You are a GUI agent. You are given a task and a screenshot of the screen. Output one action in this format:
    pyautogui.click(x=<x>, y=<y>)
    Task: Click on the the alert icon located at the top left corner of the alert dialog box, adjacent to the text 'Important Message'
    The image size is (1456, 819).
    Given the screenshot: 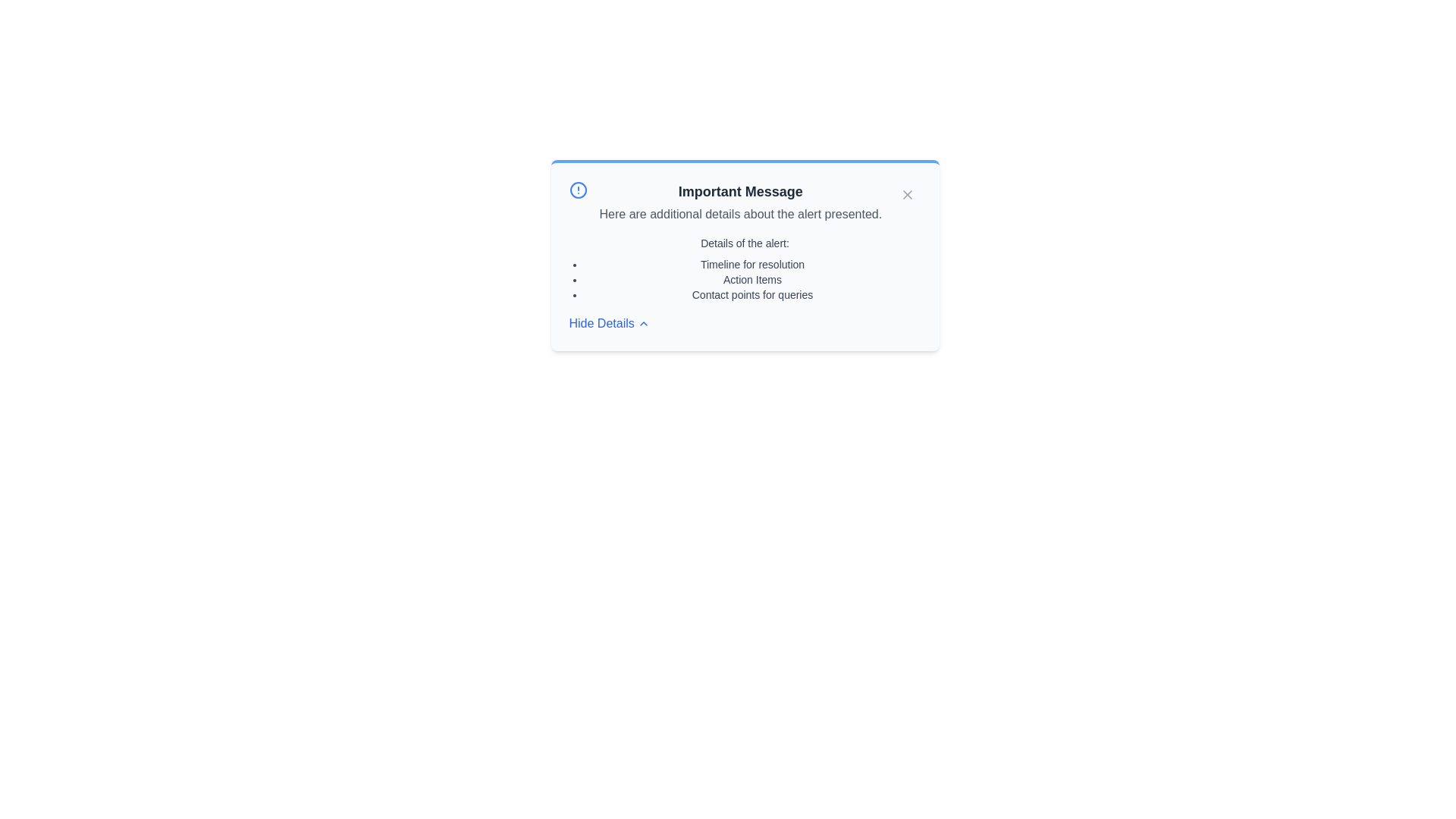 What is the action you would take?
    pyautogui.click(x=577, y=189)
    